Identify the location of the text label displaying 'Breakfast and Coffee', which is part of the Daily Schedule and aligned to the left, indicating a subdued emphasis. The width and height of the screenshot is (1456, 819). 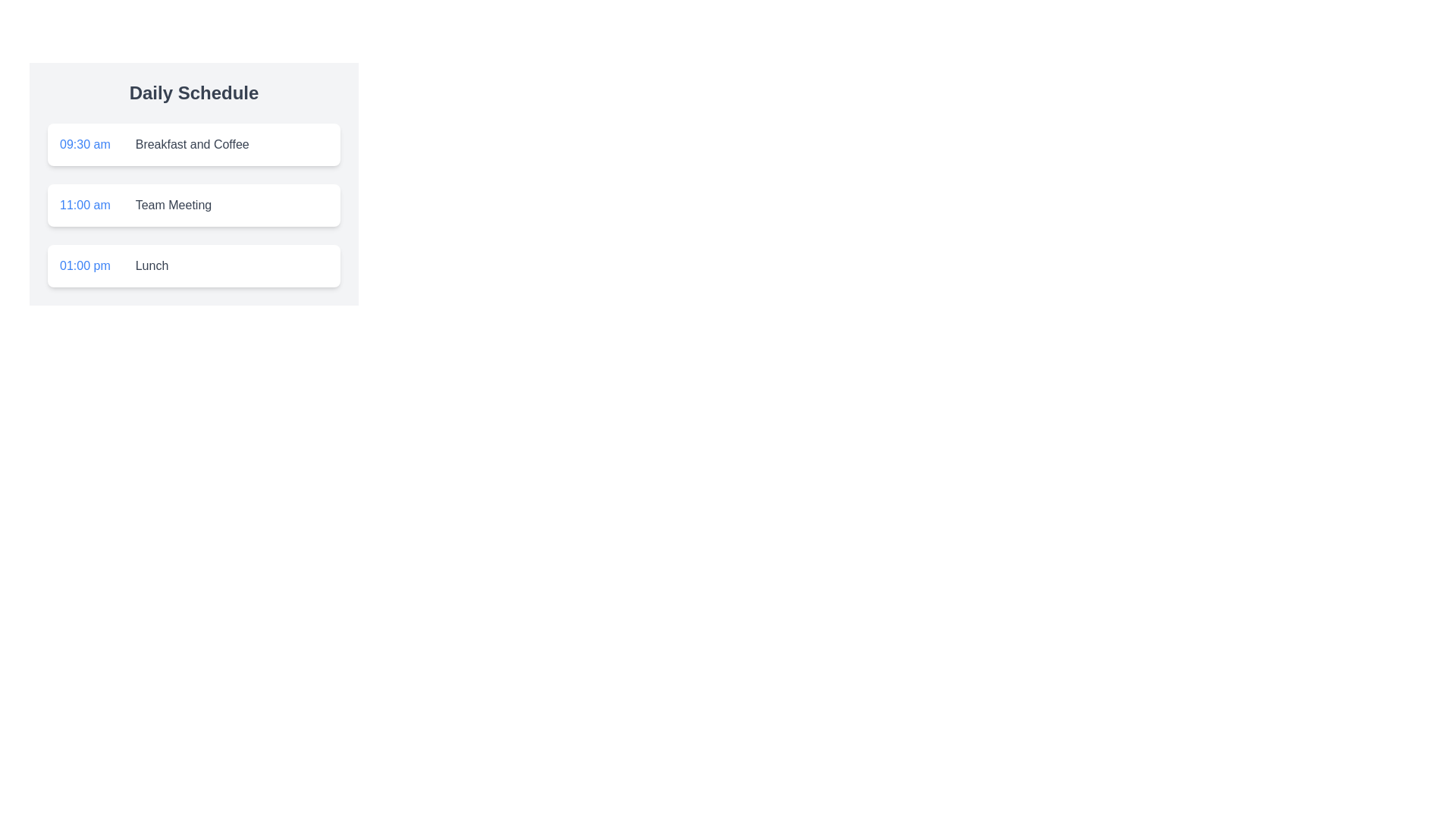
(185, 145).